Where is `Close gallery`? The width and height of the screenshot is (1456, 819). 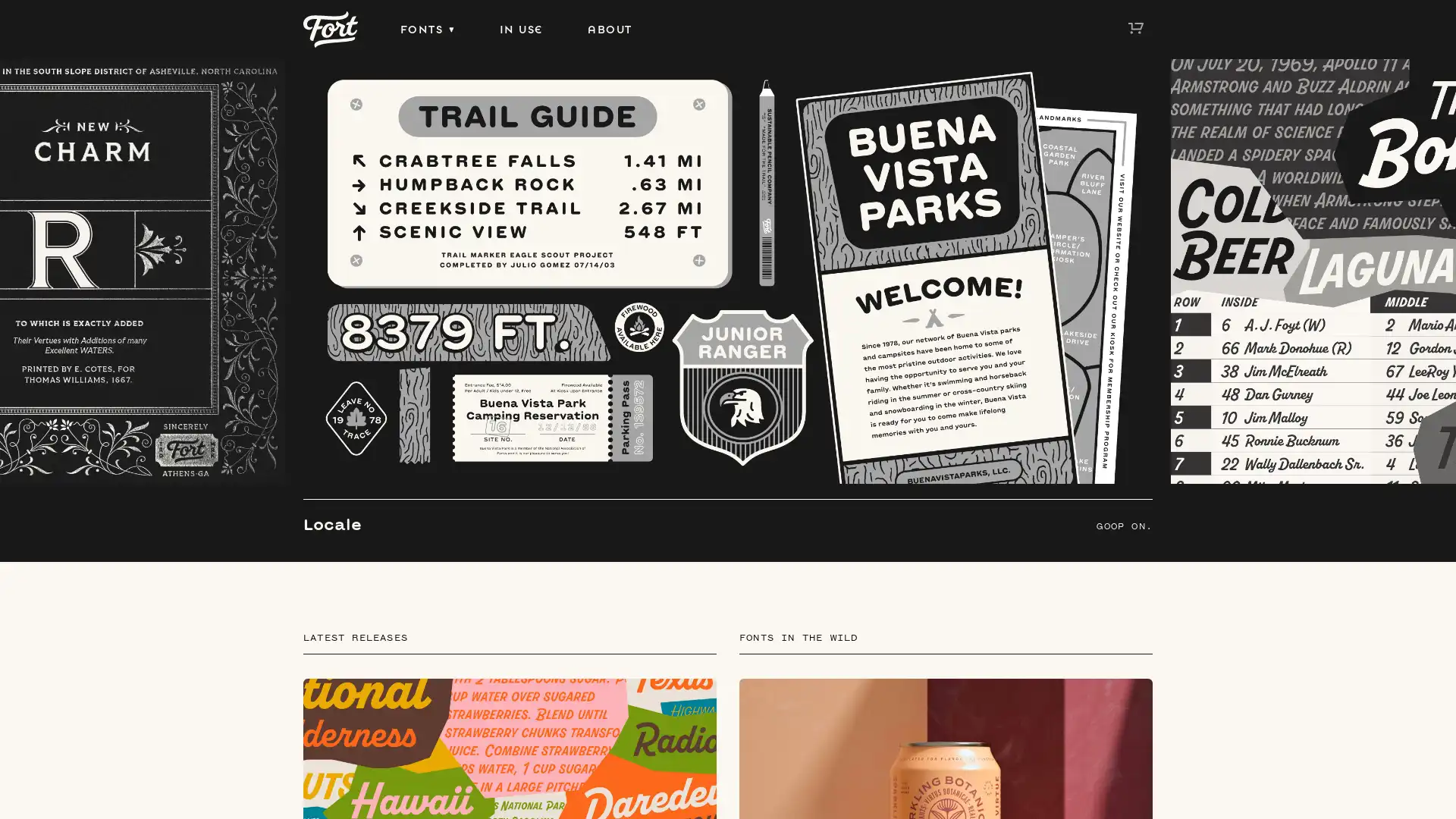 Close gallery is located at coordinates (1427, 27).